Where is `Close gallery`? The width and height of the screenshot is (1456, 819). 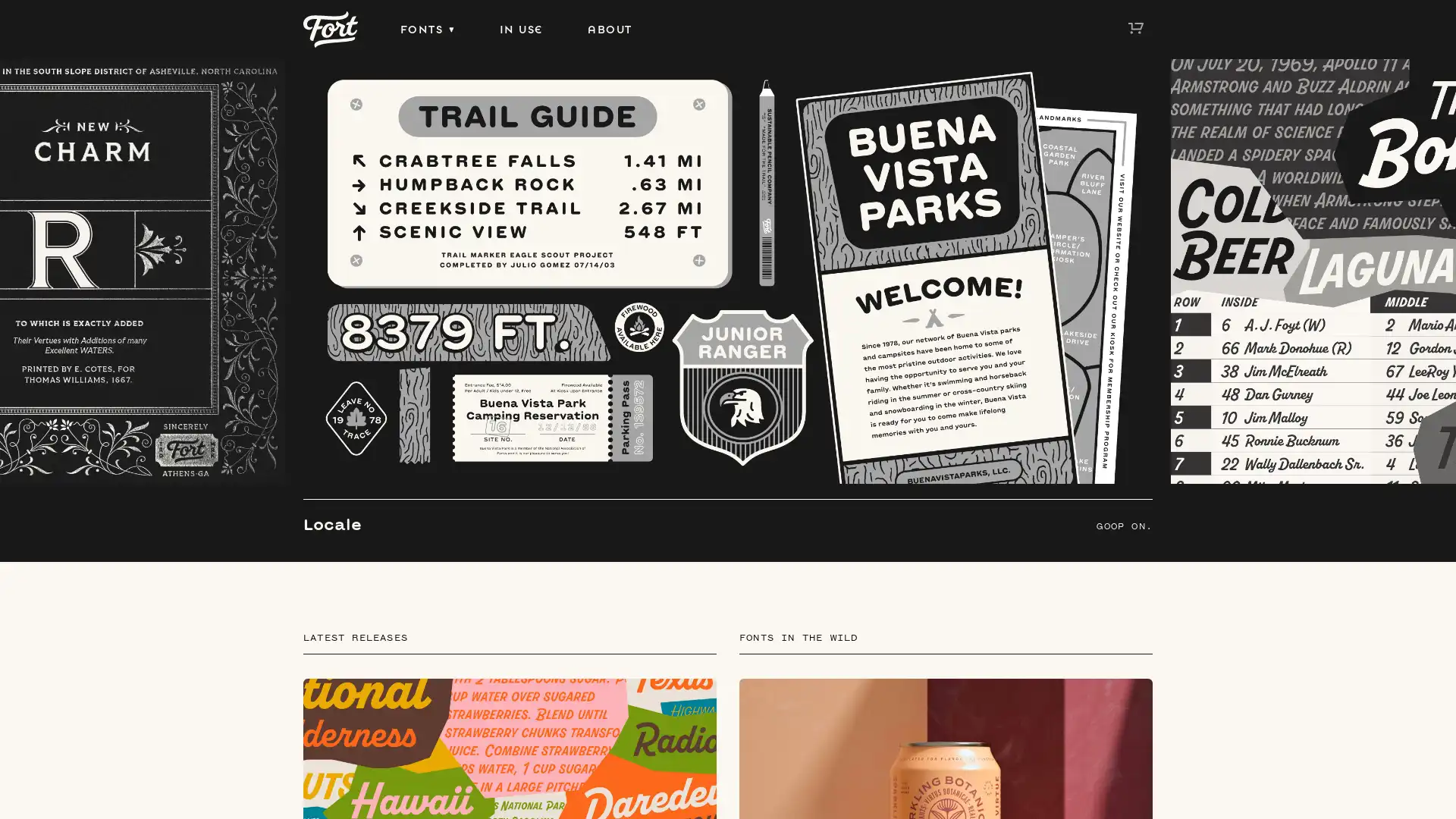 Close gallery is located at coordinates (1427, 27).